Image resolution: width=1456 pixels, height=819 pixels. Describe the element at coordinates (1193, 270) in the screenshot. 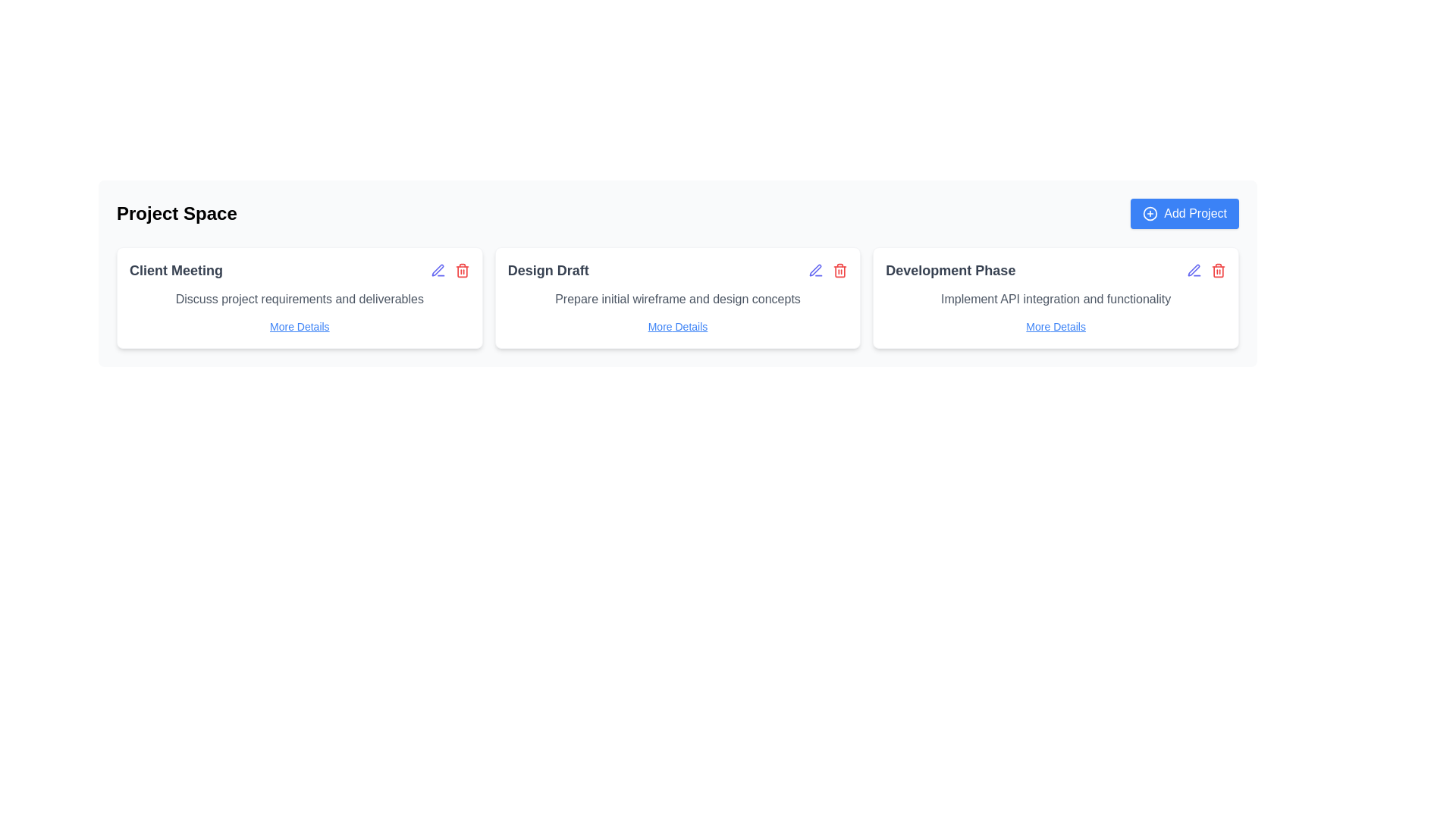

I see `the indigo icon button resembling a pen located in the 'Development Phase' section card` at that location.